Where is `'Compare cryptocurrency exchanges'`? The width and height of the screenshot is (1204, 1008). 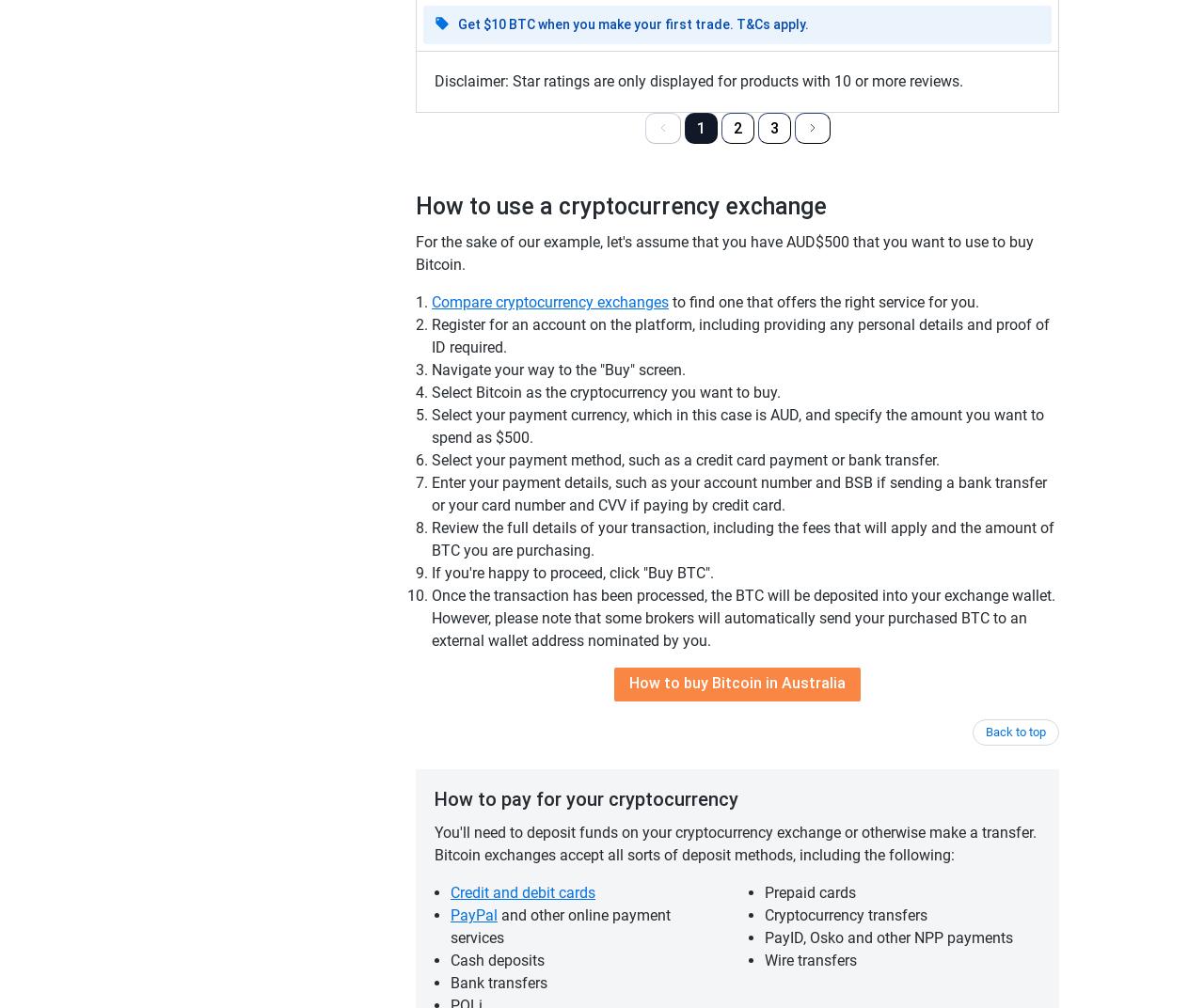 'Compare cryptocurrency exchanges' is located at coordinates (548, 301).